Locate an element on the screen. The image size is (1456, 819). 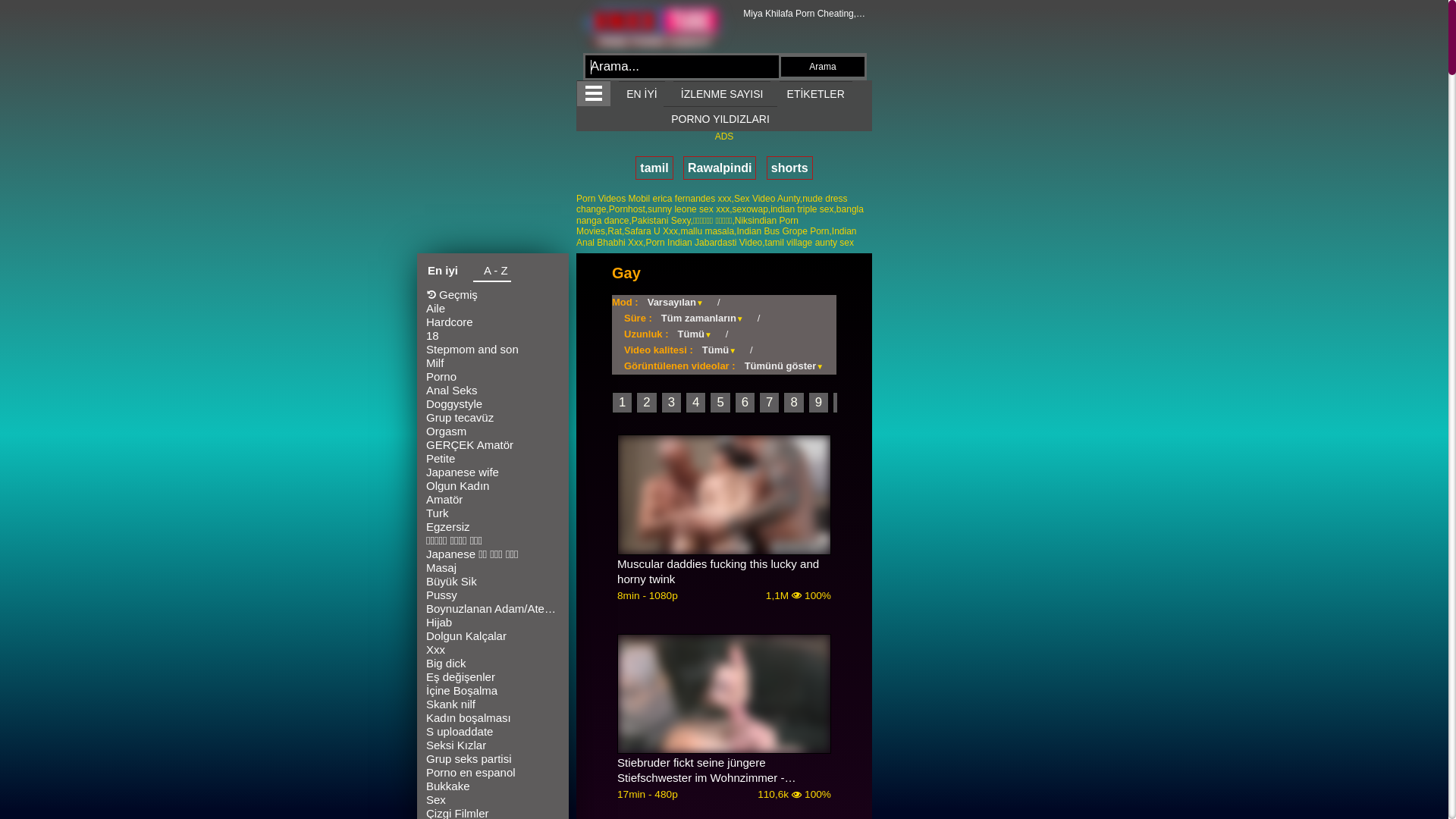
'Aile' is located at coordinates (492, 308).